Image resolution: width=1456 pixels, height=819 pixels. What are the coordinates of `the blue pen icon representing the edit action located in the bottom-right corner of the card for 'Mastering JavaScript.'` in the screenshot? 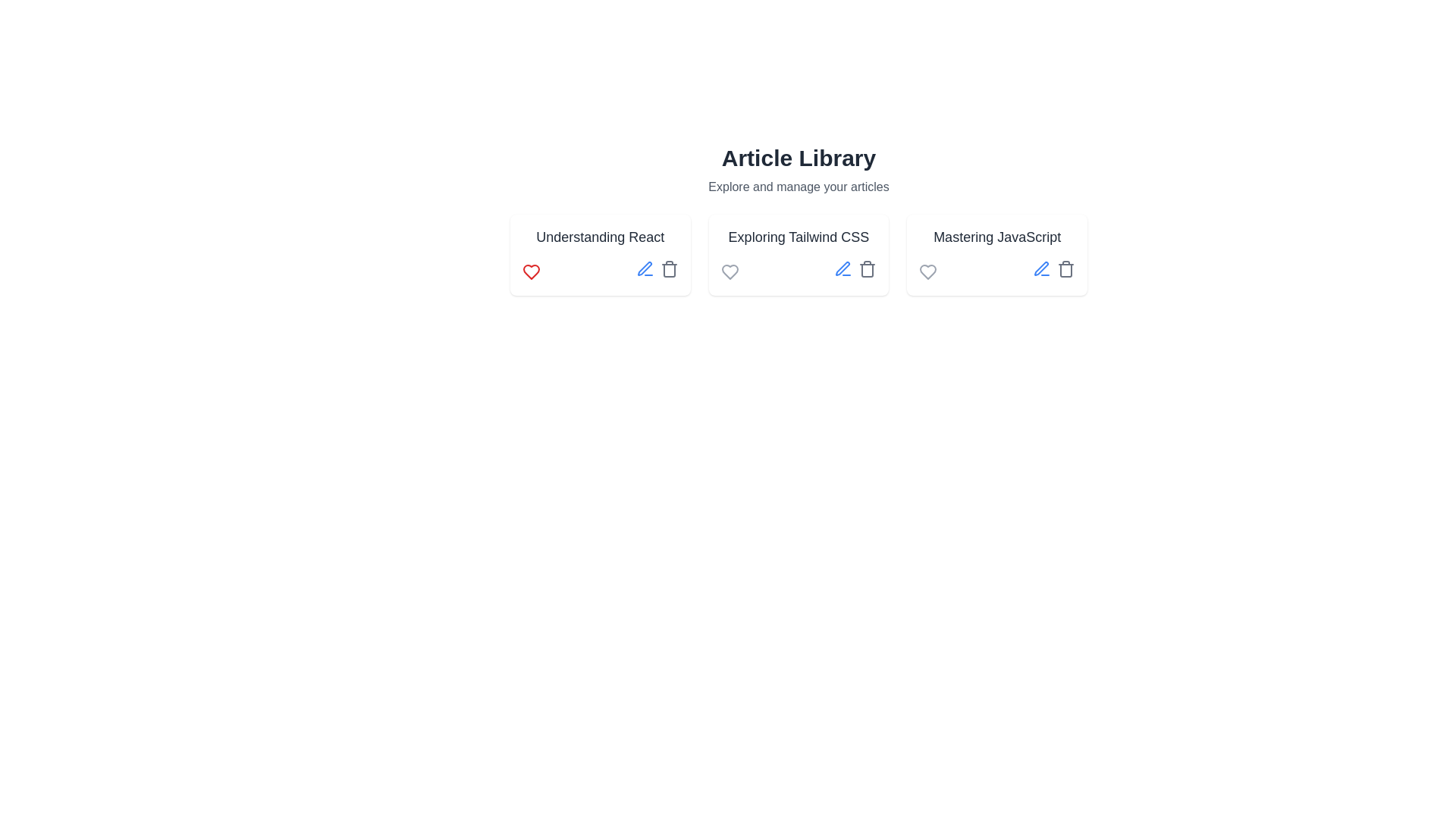 It's located at (1040, 268).